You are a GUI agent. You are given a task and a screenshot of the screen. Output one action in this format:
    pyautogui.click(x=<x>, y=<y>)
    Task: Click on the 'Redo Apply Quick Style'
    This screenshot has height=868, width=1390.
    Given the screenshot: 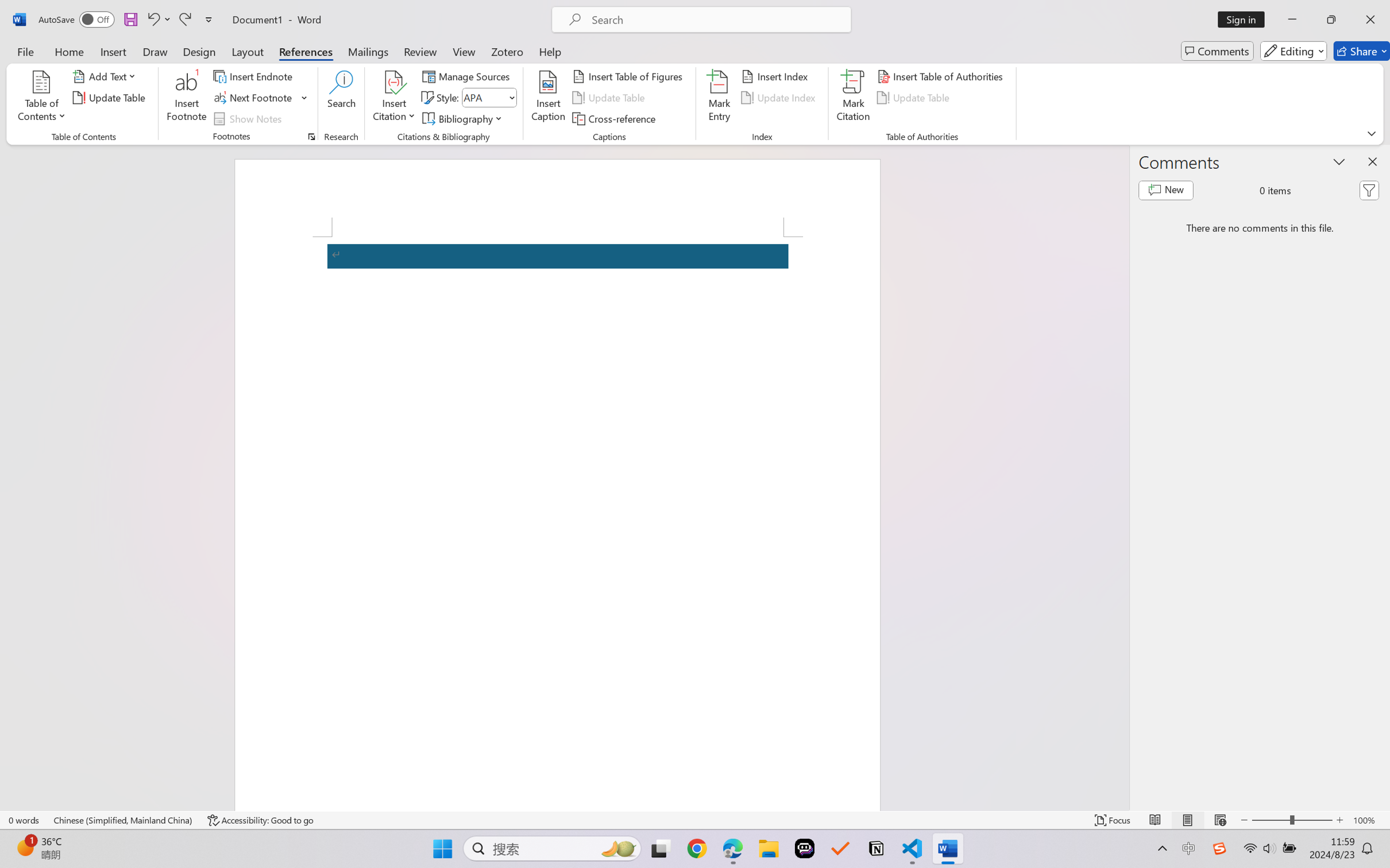 What is the action you would take?
    pyautogui.click(x=184, y=19)
    